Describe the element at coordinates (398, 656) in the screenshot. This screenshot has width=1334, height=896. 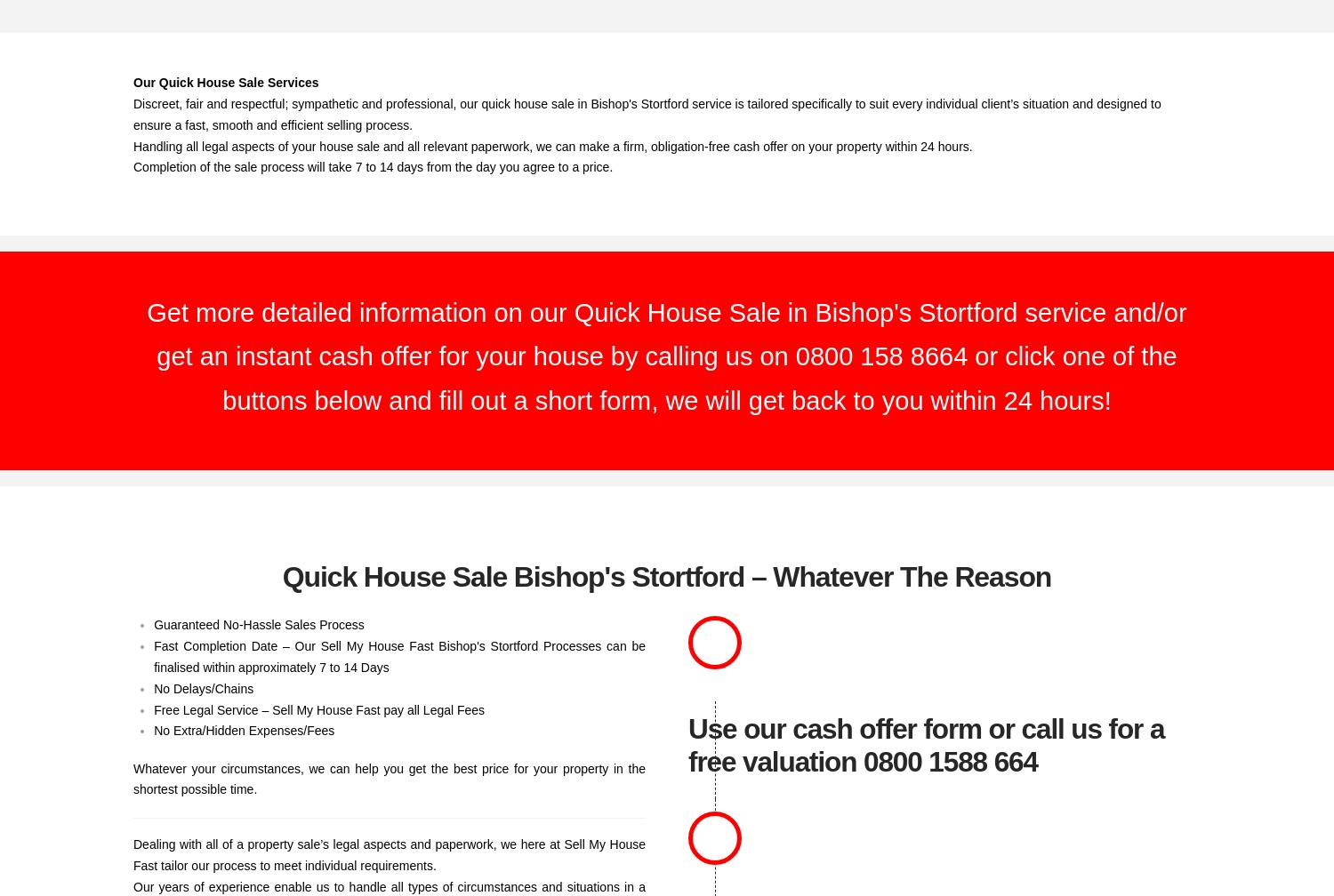
I see `'Fast Completion Date – Our Sell My House Fast Bishop's Stortford Processes can be finalised within approximately 7 to 14 Days'` at that location.